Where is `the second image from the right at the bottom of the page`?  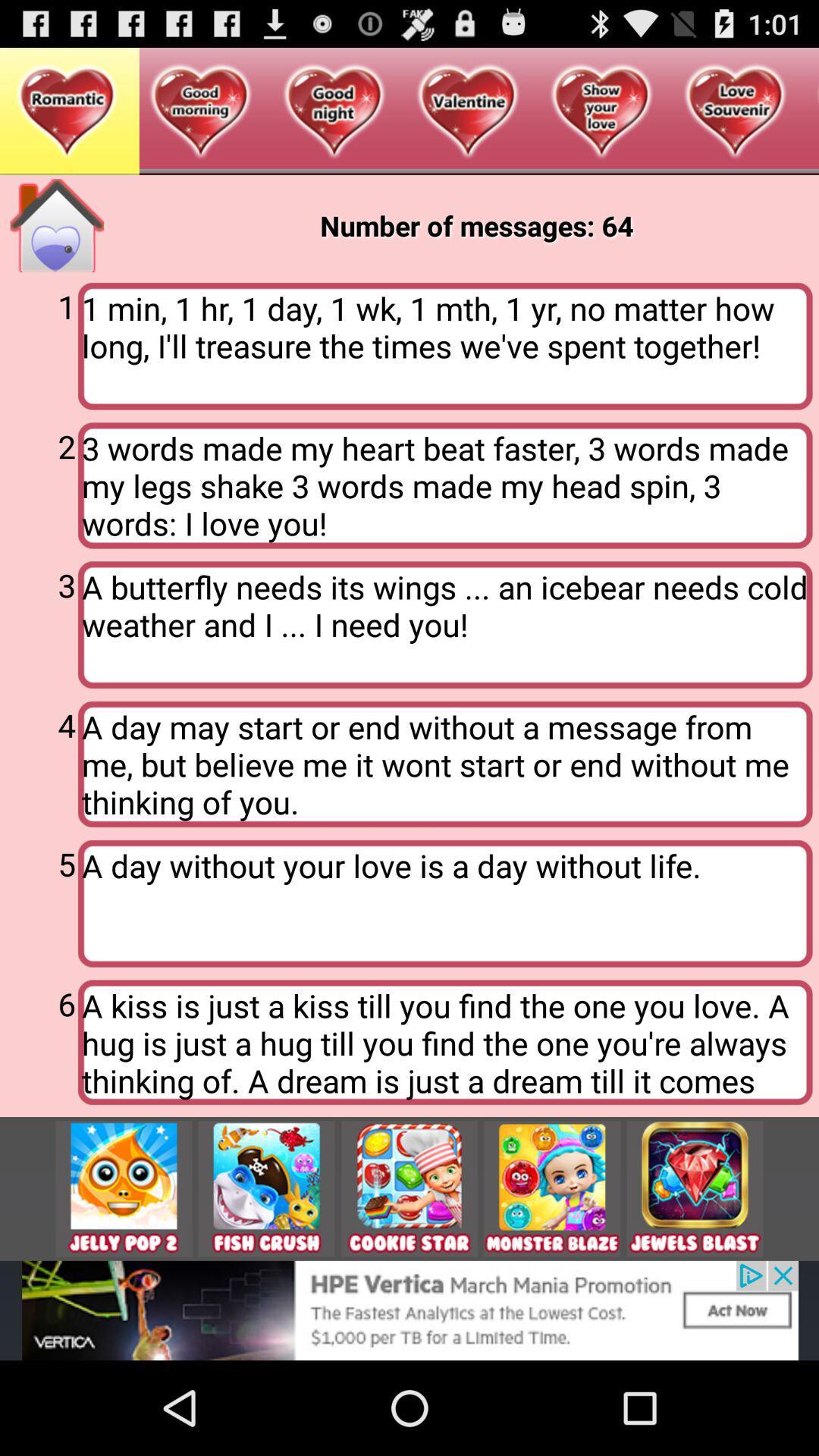 the second image from the right at the bottom of the page is located at coordinates (552, 1188).